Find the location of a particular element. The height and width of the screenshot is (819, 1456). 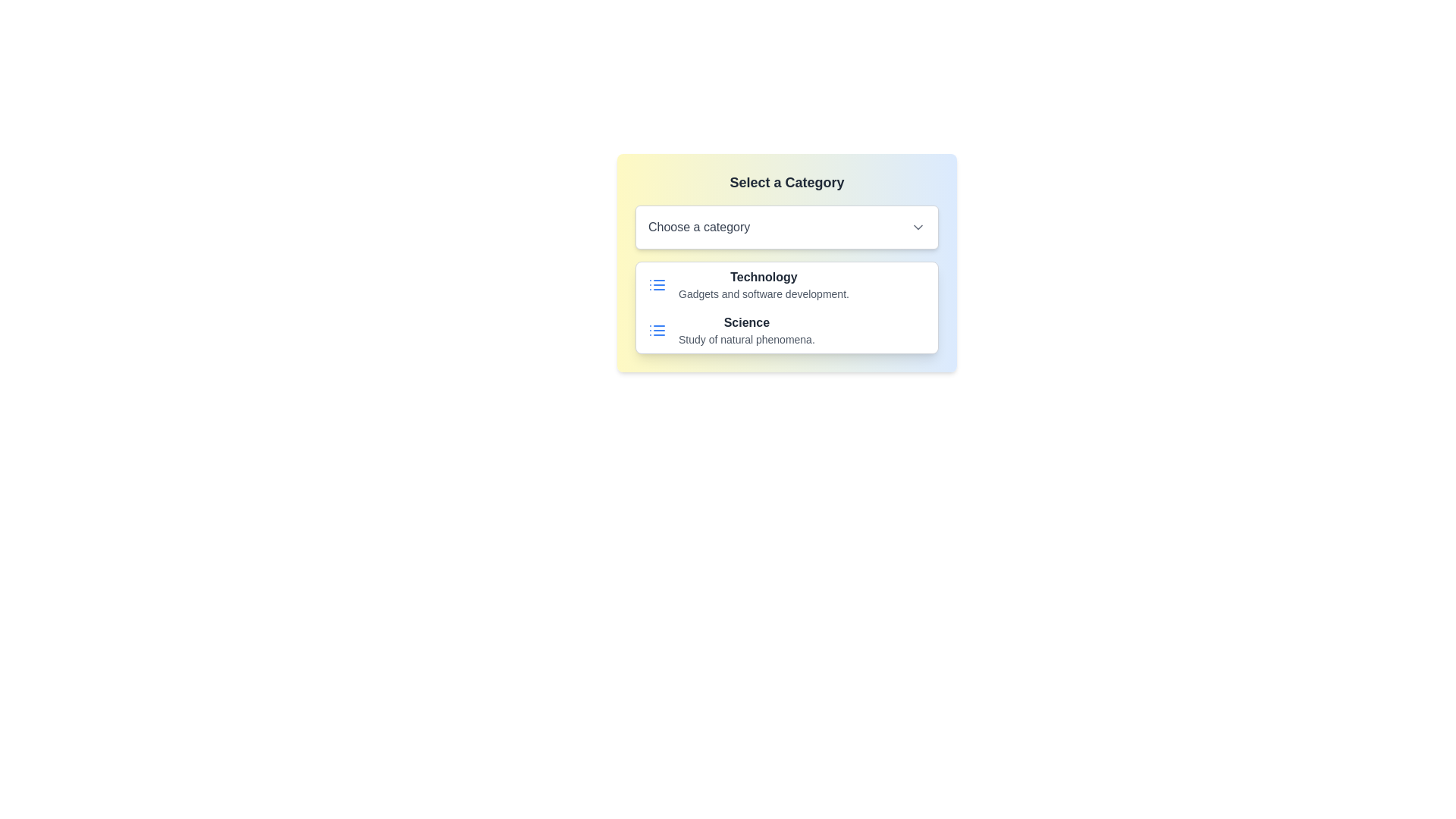

the text label that says 'Choose a category', which is located within a dropdown field with rounded corners and a chevron icon on its right side is located at coordinates (698, 227).